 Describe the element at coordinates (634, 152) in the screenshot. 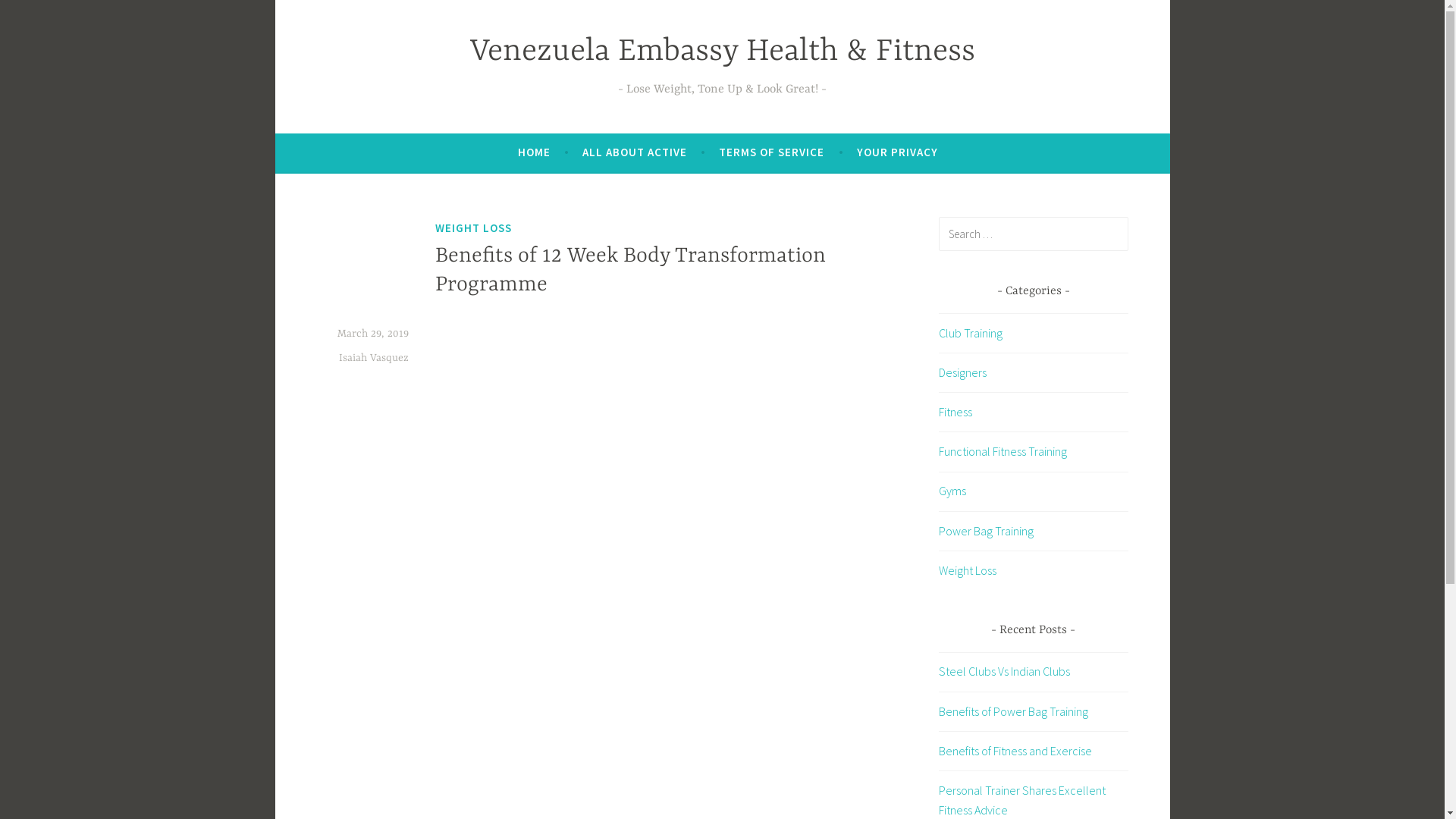

I see `'ALL ABOUT ACTIVE'` at that location.